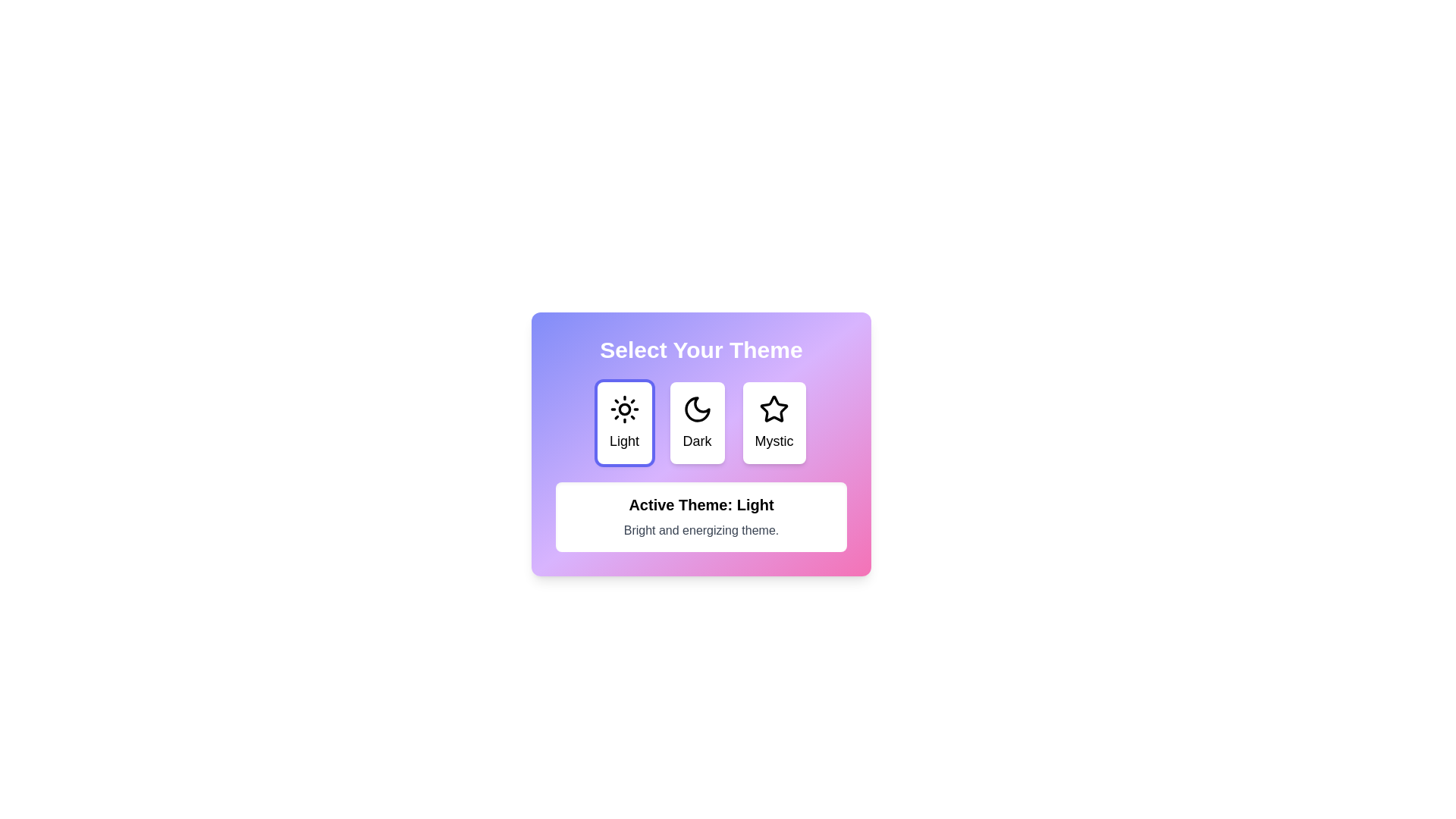 The height and width of the screenshot is (819, 1456). Describe the element at coordinates (774, 423) in the screenshot. I see `the button corresponding to the theme Mystic` at that location.